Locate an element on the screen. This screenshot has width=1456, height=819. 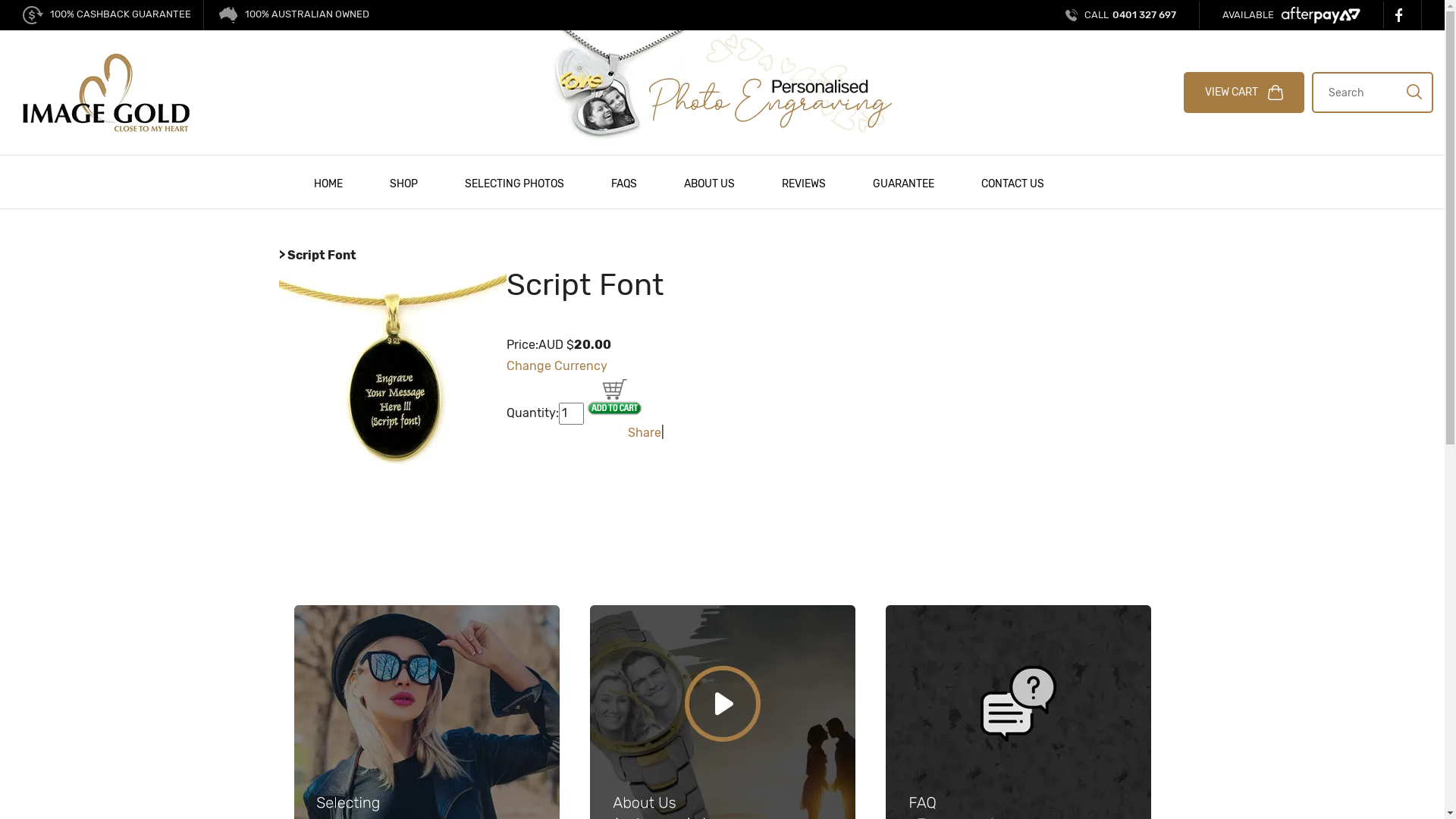
'HOME' is located at coordinates (327, 181).